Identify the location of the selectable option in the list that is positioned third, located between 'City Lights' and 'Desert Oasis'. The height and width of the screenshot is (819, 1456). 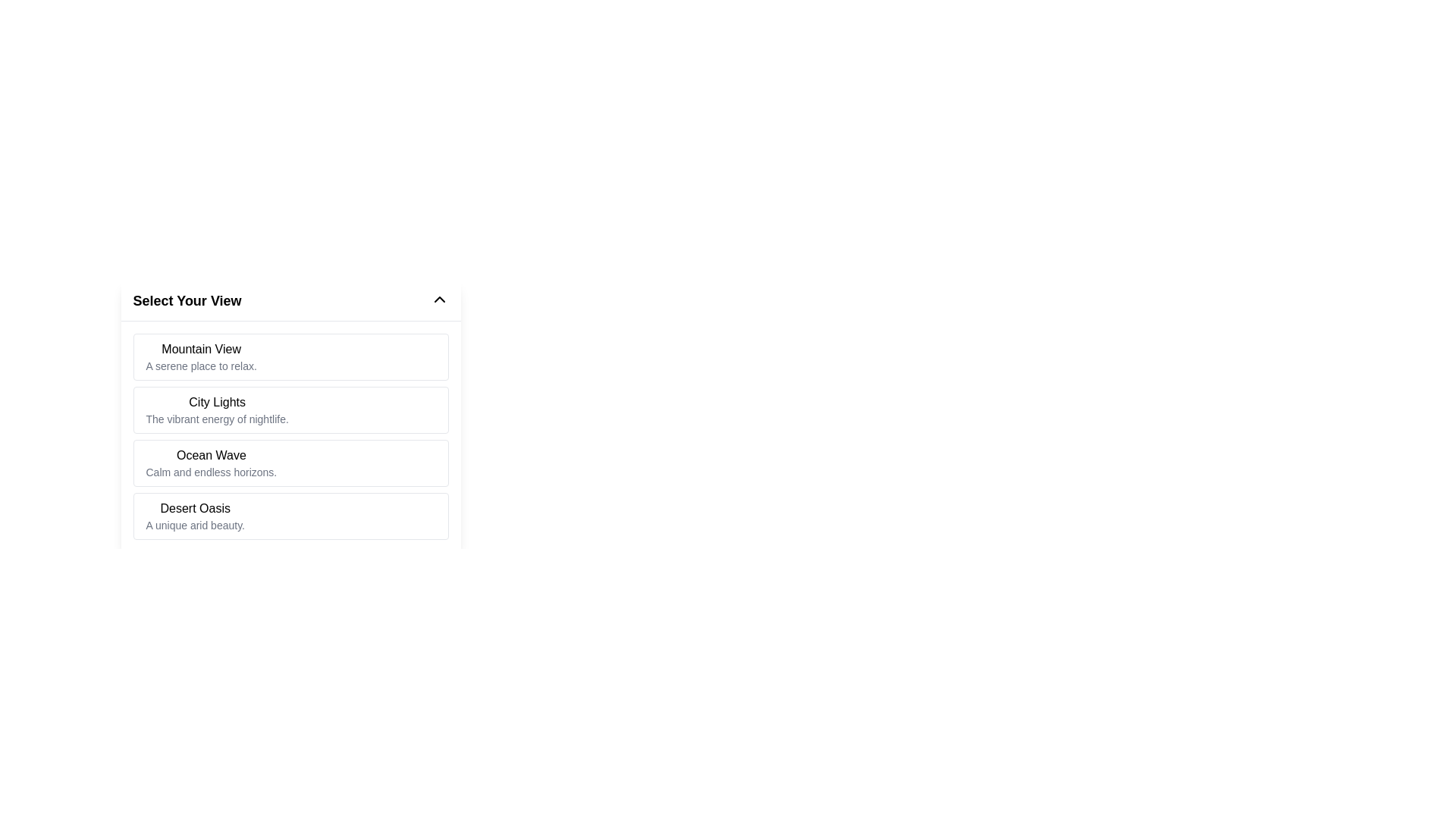
(210, 462).